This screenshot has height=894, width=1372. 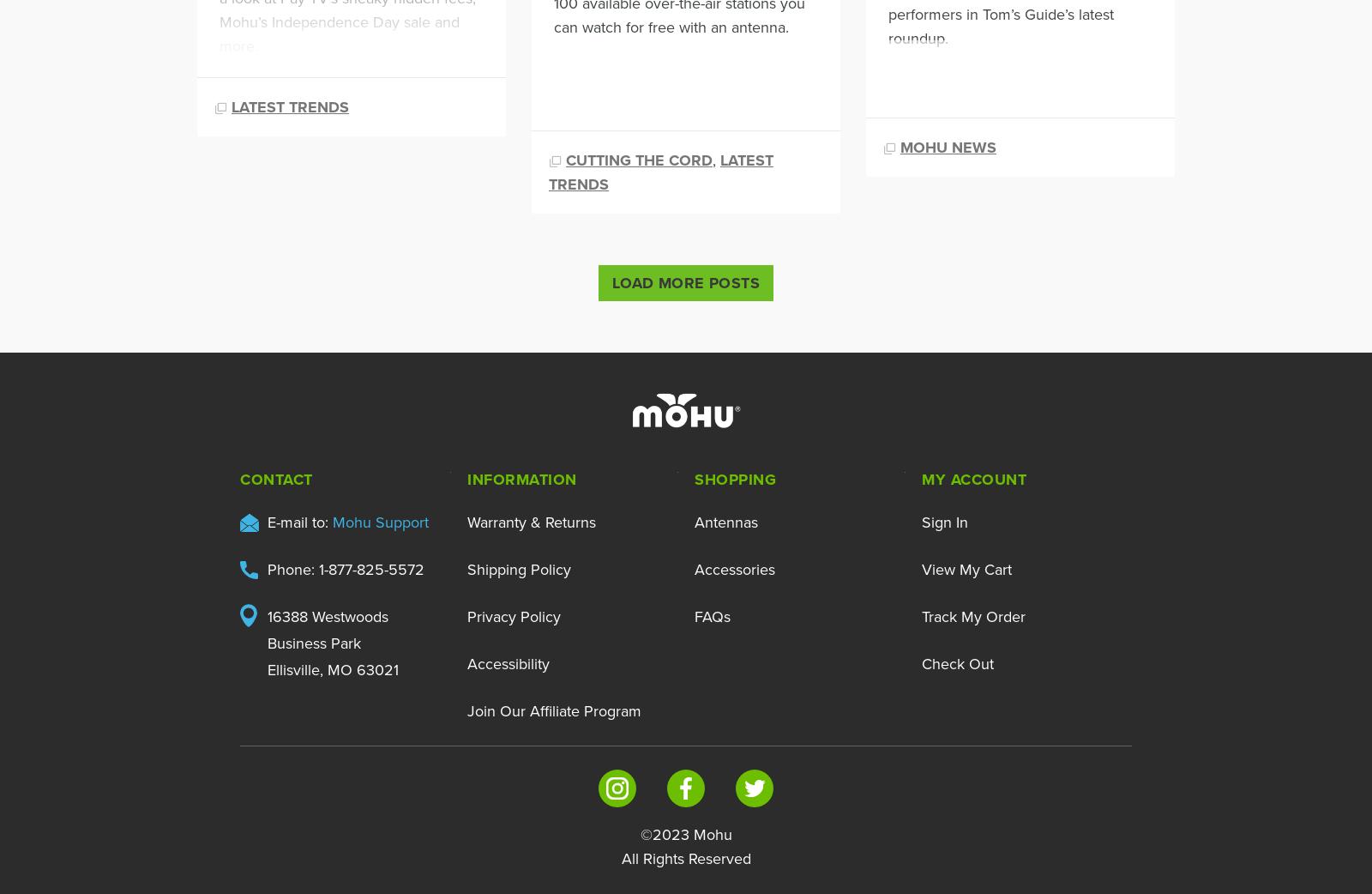 What do you see at coordinates (554, 711) in the screenshot?
I see `'Join Our Affiliate Program'` at bounding box center [554, 711].